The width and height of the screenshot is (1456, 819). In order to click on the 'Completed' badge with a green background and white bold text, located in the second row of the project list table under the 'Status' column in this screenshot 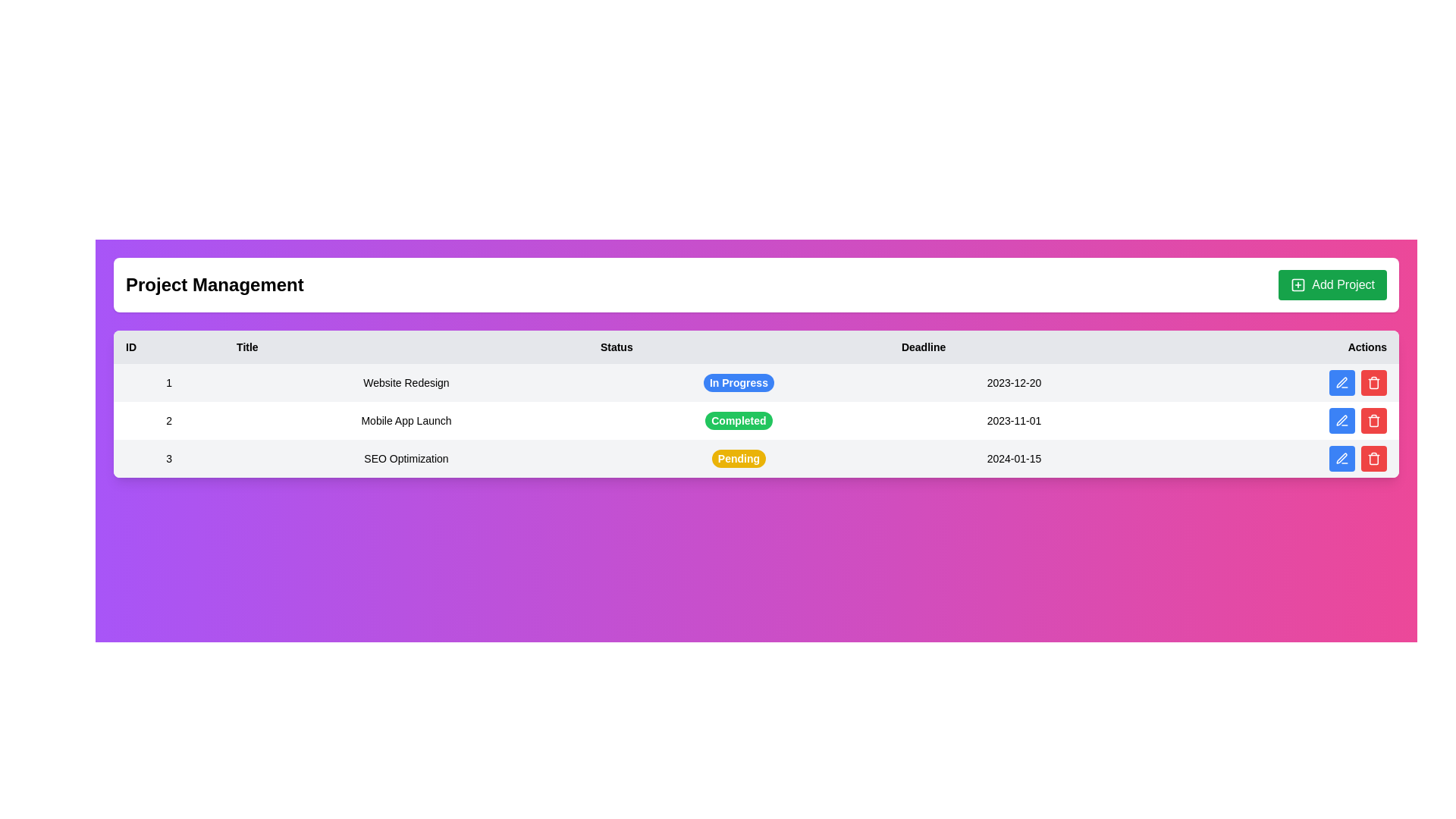, I will do `click(739, 421)`.